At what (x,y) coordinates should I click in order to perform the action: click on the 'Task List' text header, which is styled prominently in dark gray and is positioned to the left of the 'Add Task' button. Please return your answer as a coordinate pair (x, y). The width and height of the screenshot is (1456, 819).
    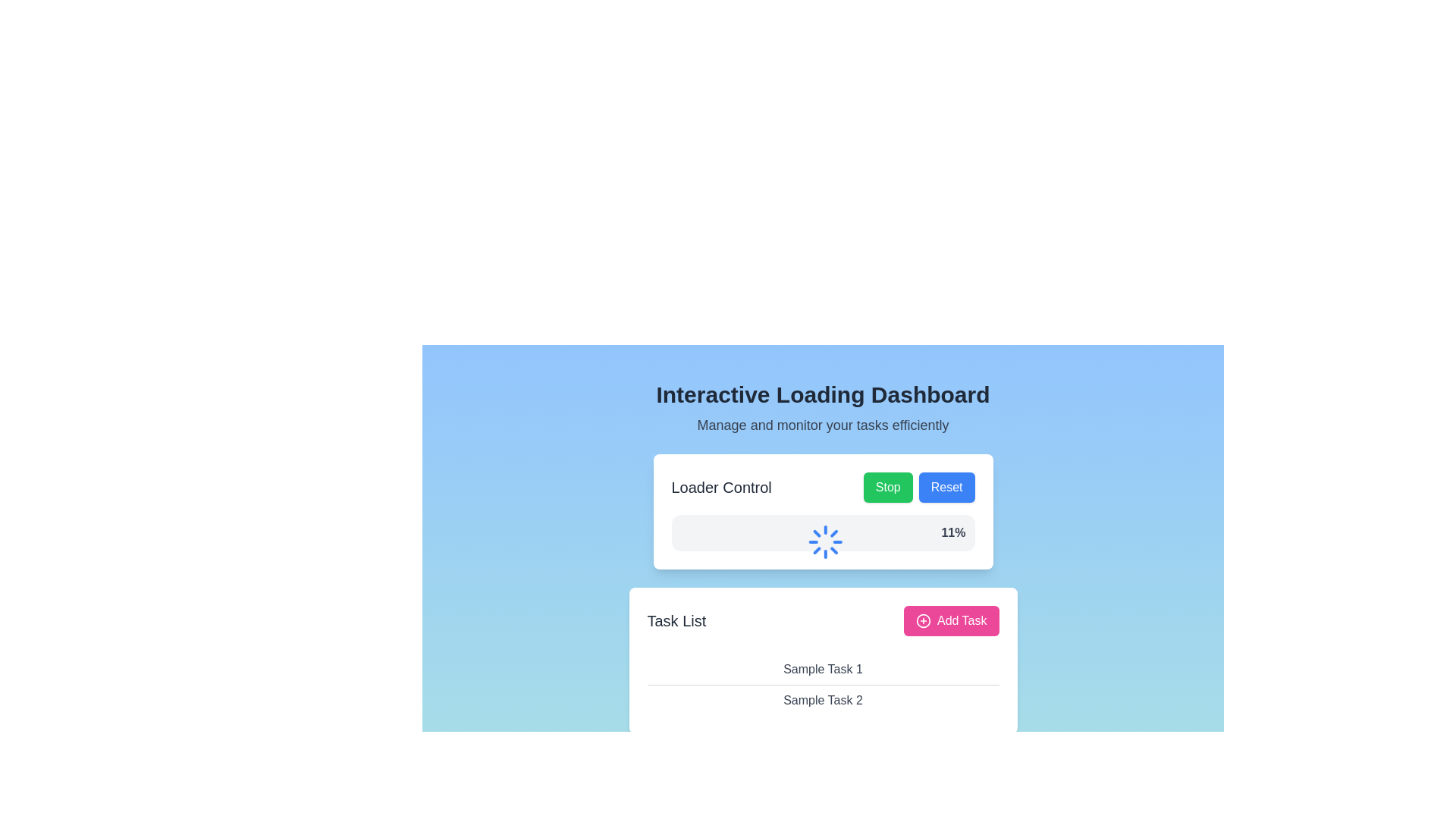
    Looking at the image, I should click on (676, 620).